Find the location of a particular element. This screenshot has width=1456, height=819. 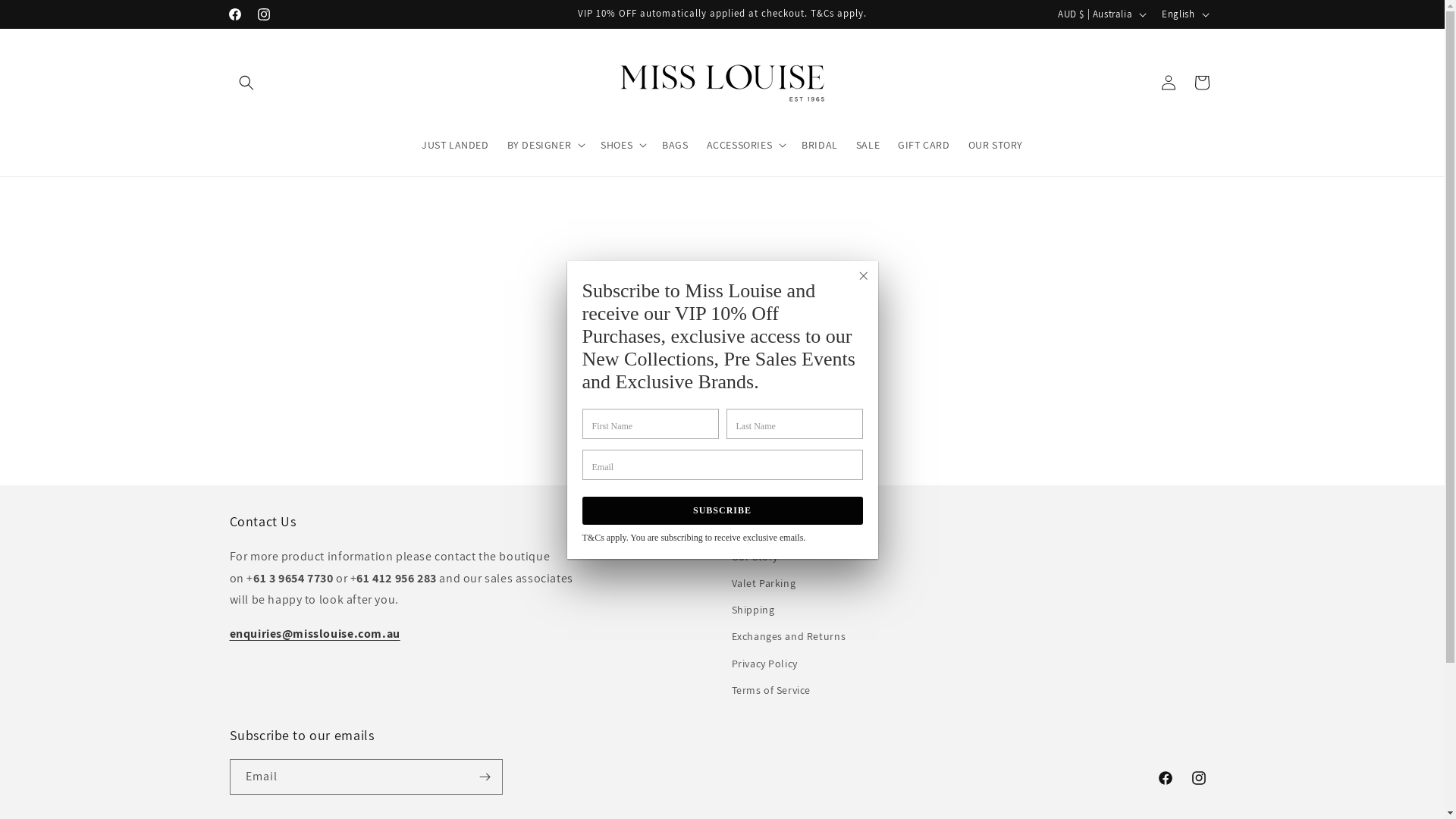

'Shipping' is located at coordinates (752, 609).